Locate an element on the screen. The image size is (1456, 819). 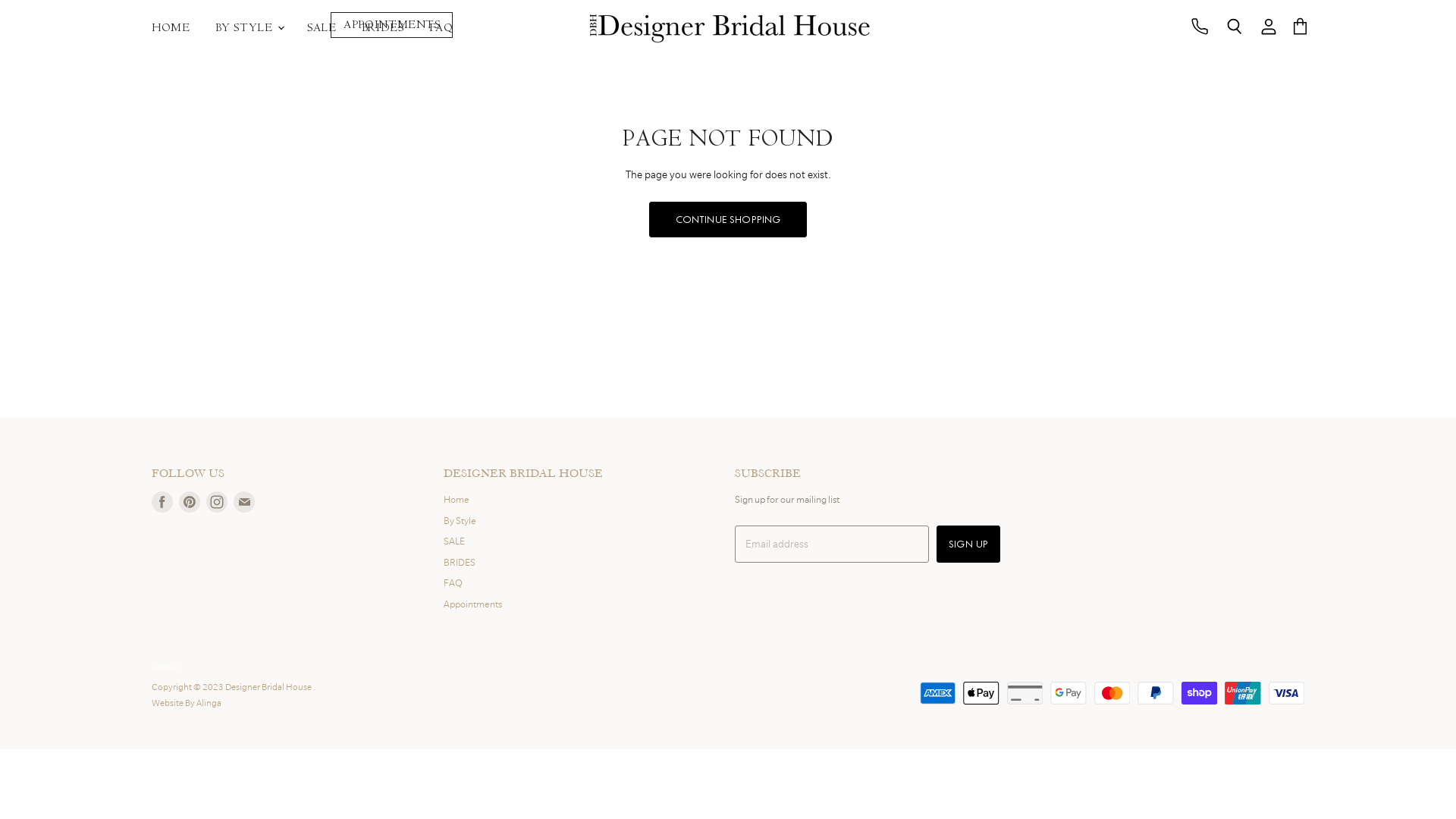
'APPOINTMENTS' is located at coordinates (391, 25).